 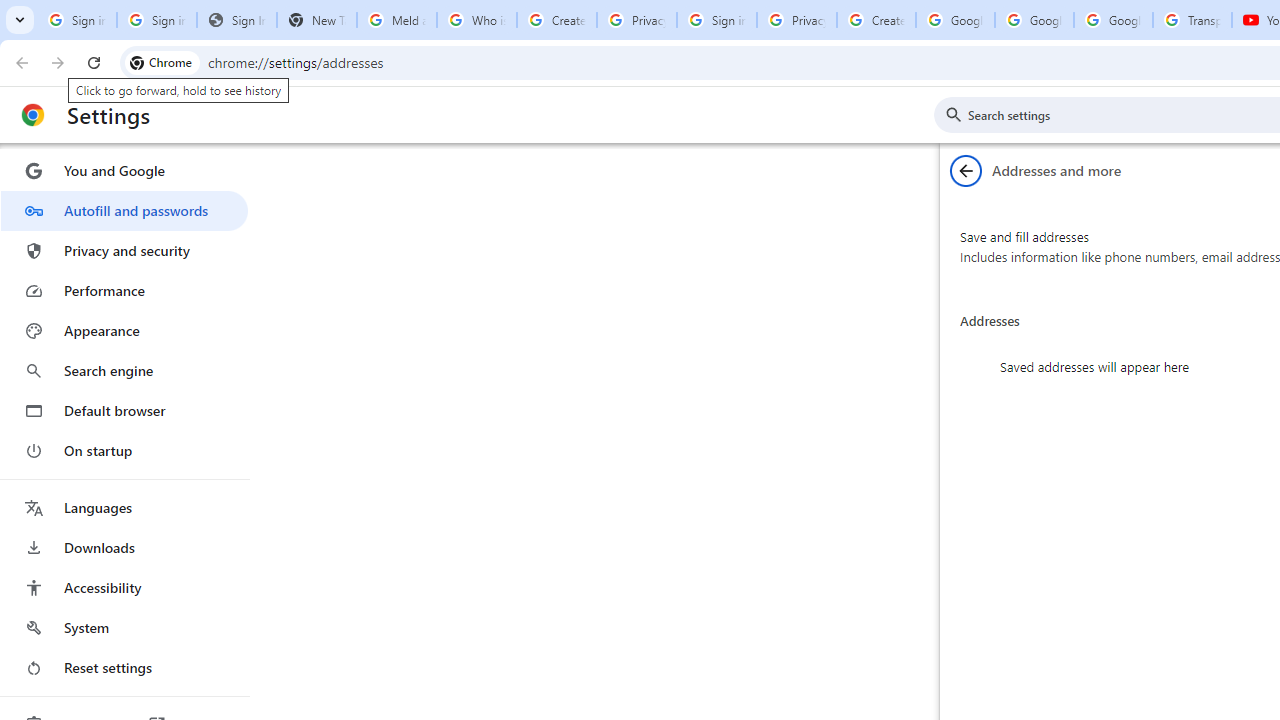 I want to click on 'Who is my administrator? - Google Account Help', so click(x=475, y=20).